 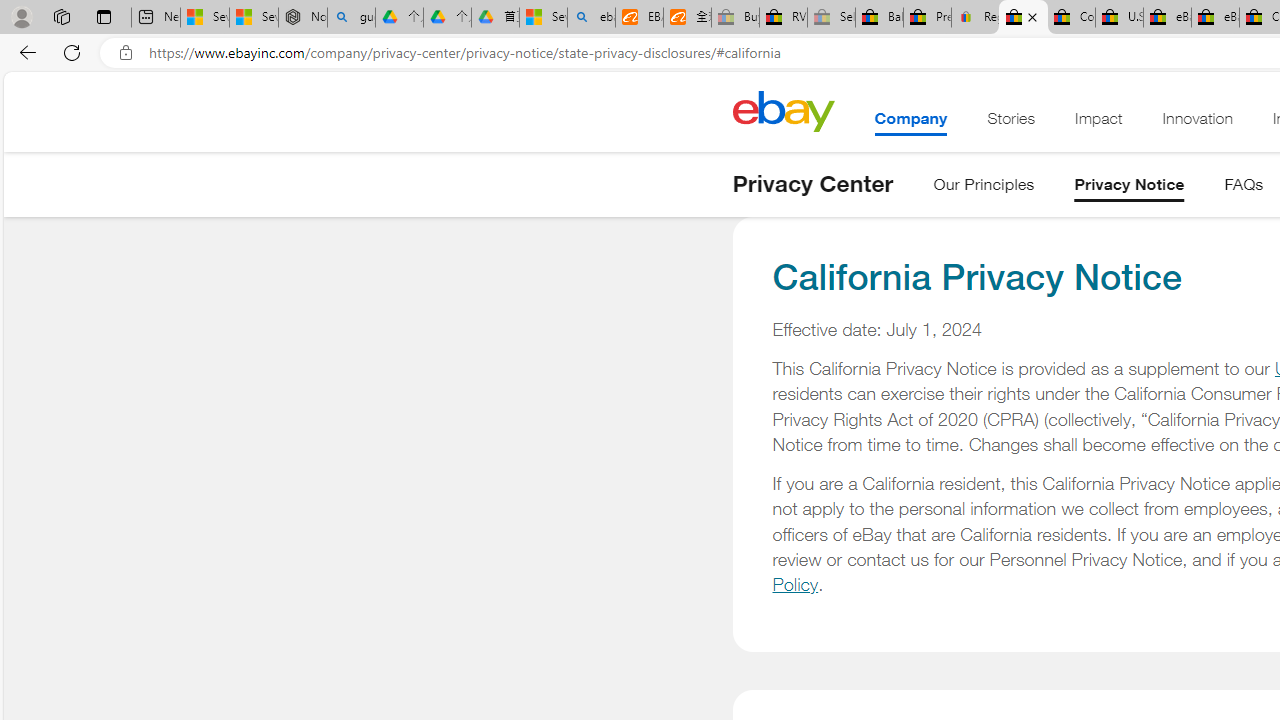 I want to click on 'Our Principles', so click(x=984, y=188).